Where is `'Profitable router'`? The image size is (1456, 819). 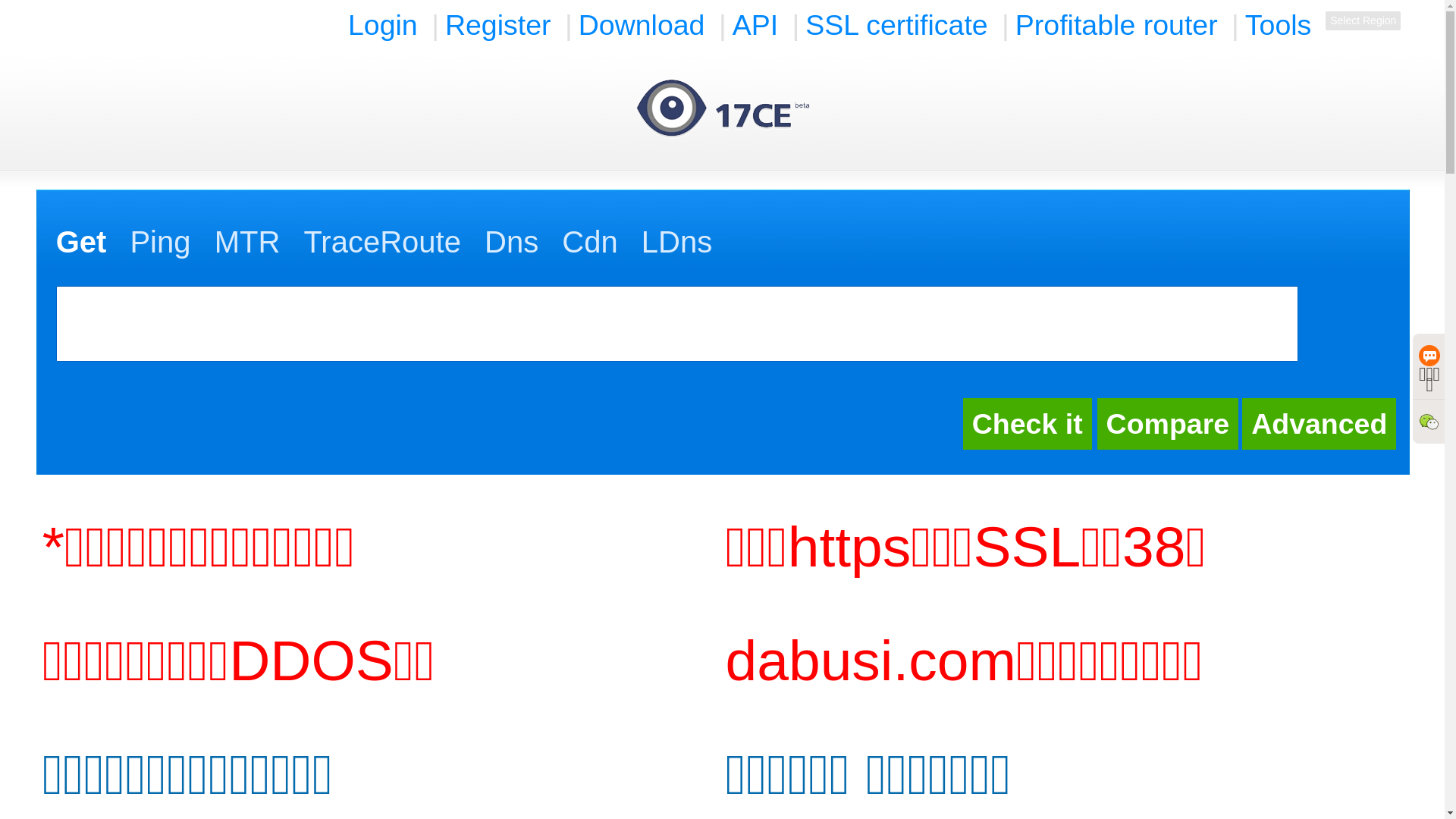 'Profitable router' is located at coordinates (1116, 25).